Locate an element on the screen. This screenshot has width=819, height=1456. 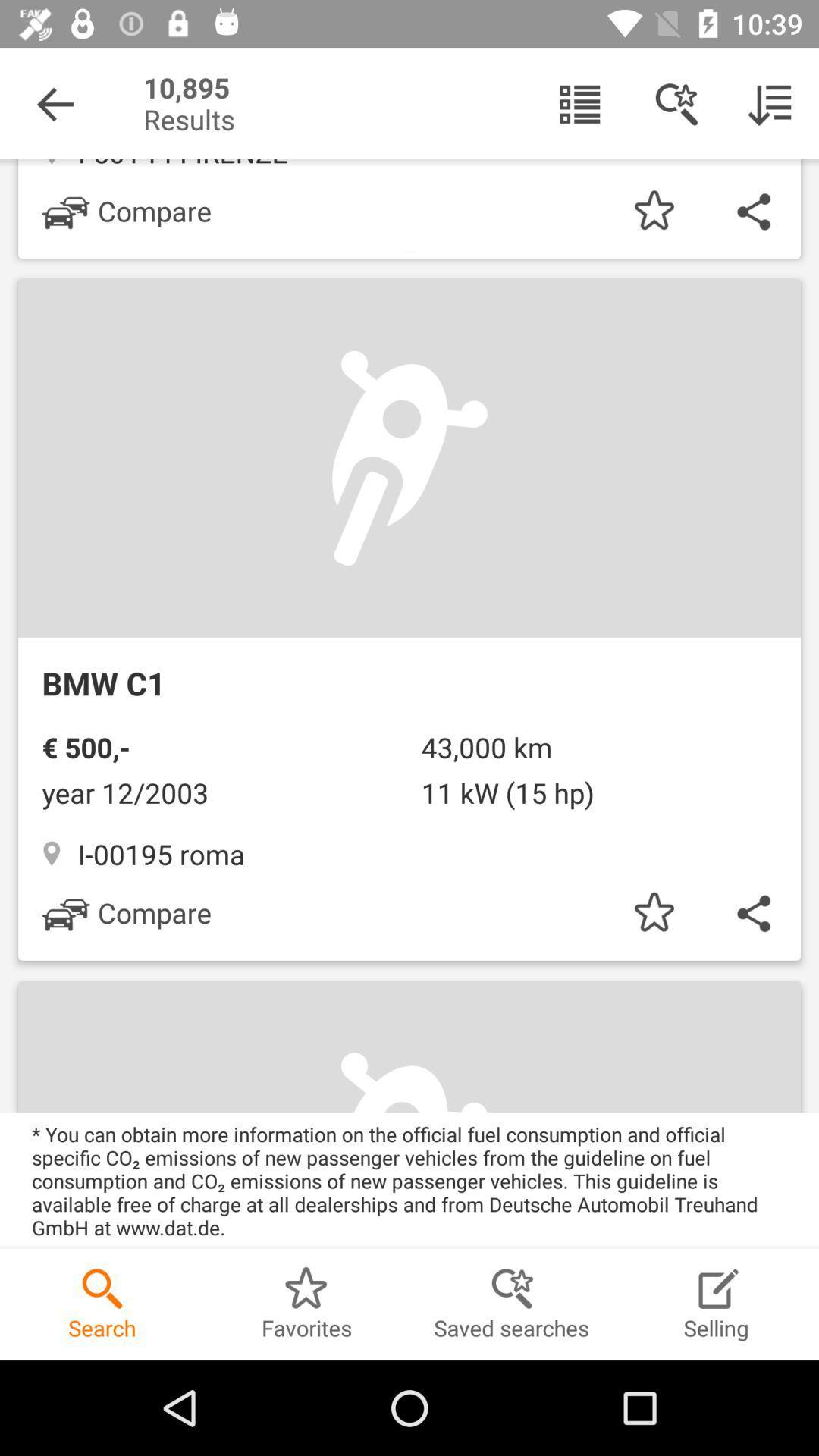
the option favorites at the bottom of the screen is located at coordinates (307, 1304).